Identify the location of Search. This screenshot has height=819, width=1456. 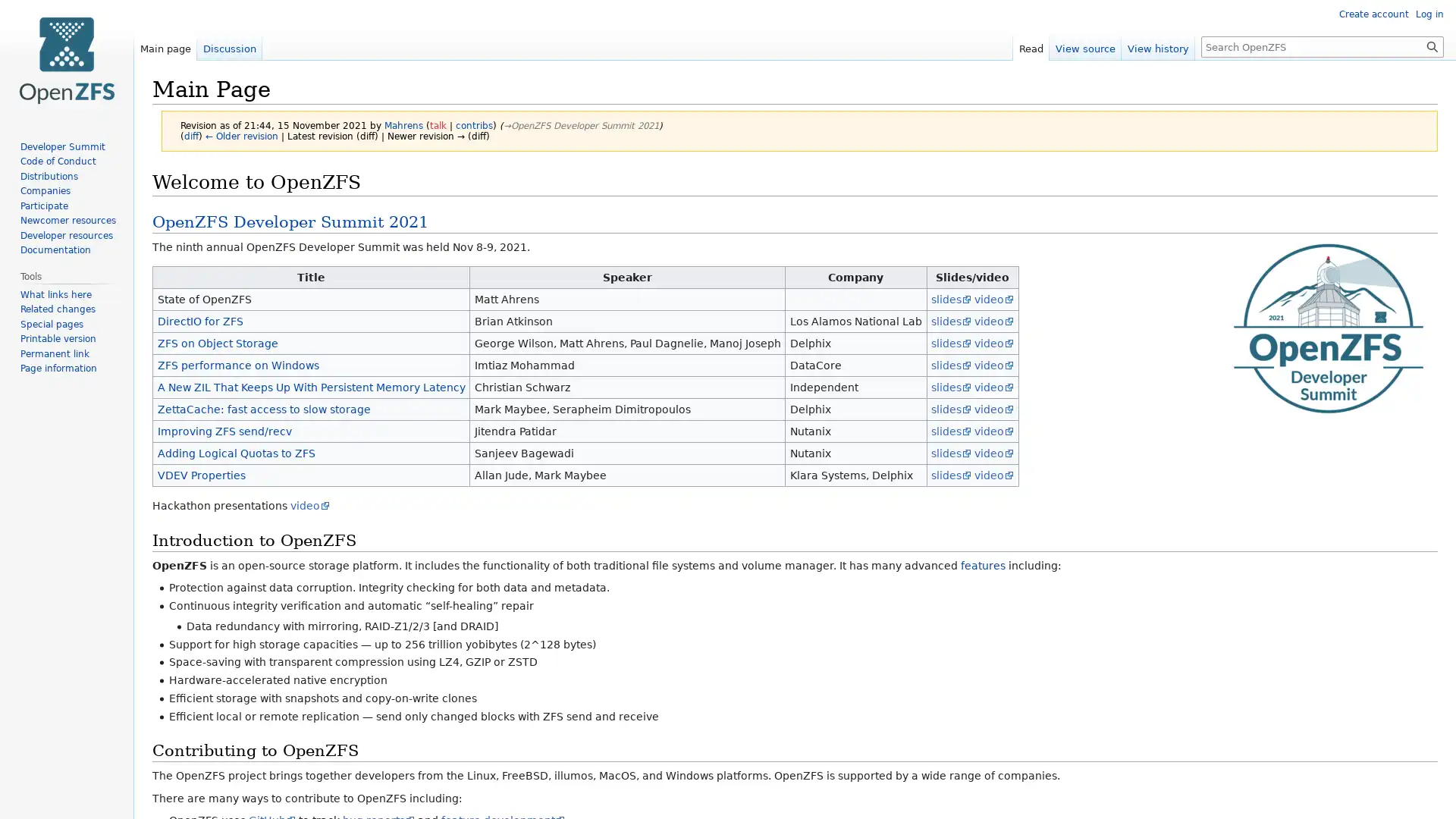
(1432, 45).